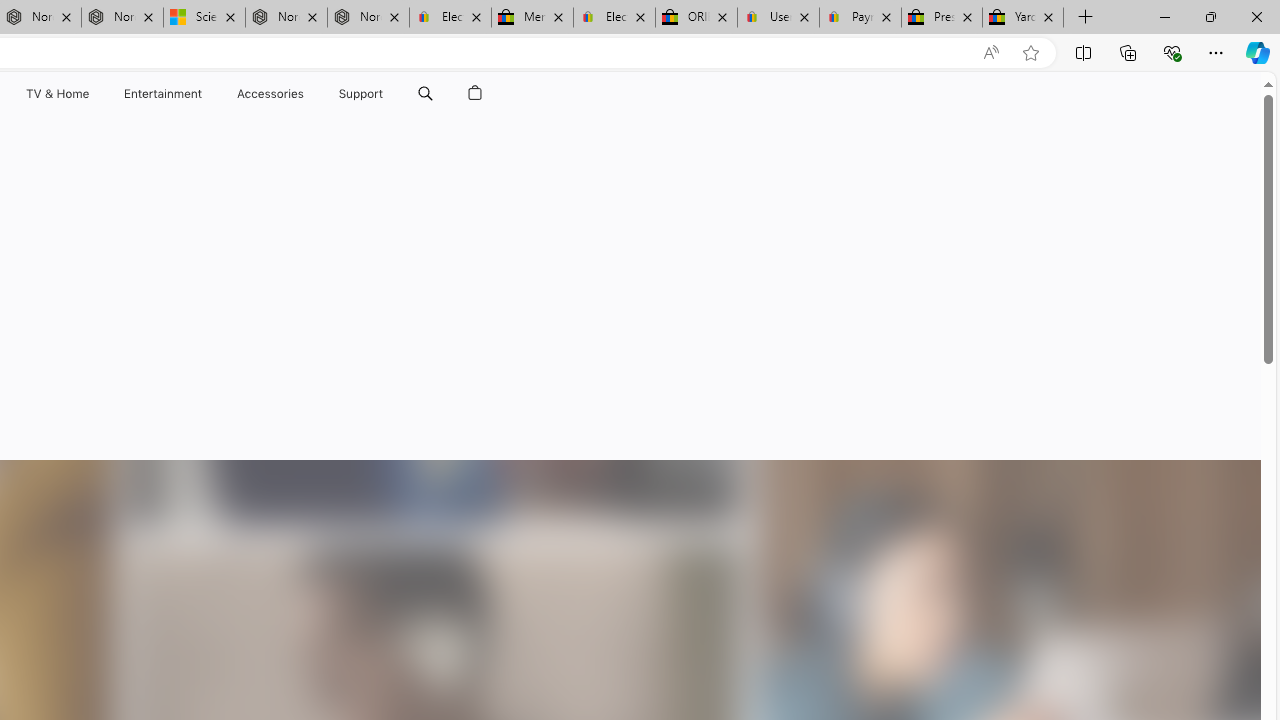 The height and width of the screenshot is (720, 1280). What do you see at coordinates (269, 93) in the screenshot?
I see `'Accessories'` at bounding box center [269, 93].